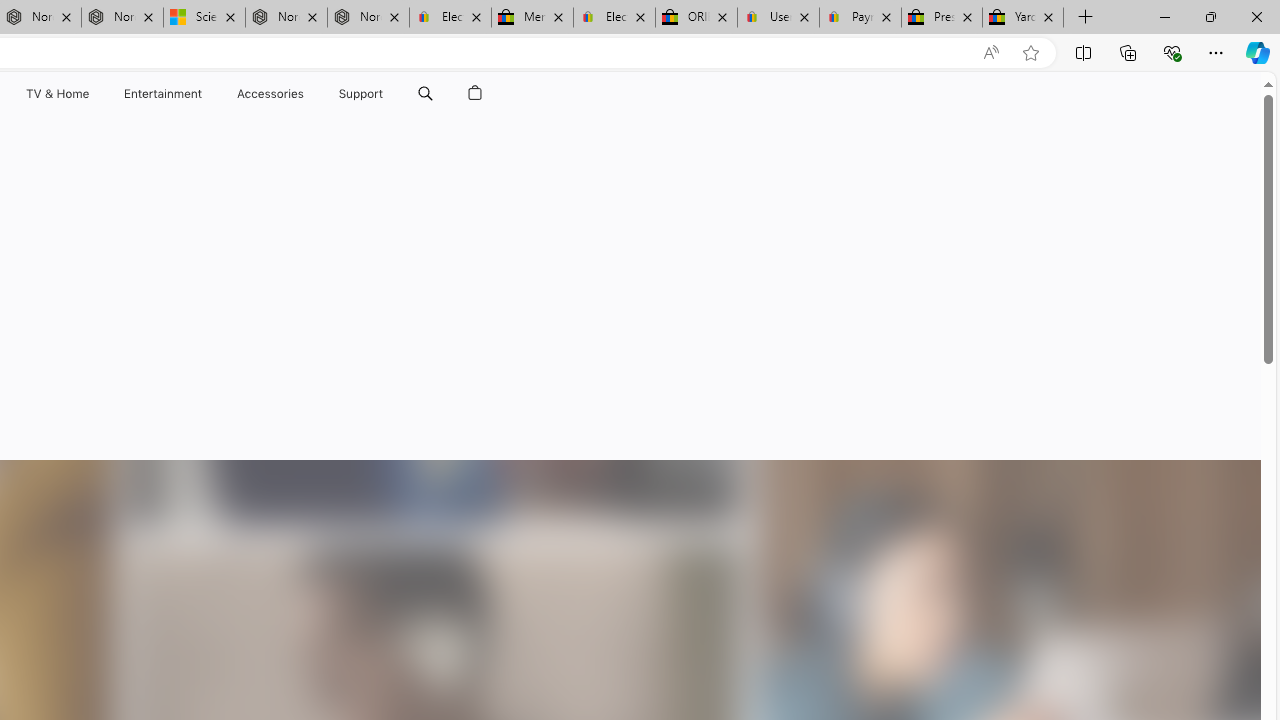 The height and width of the screenshot is (720, 1280). What do you see at coordinates (269, 93) in the screenshot?
I see `'Accessories'` at bounding box center [269, 93].